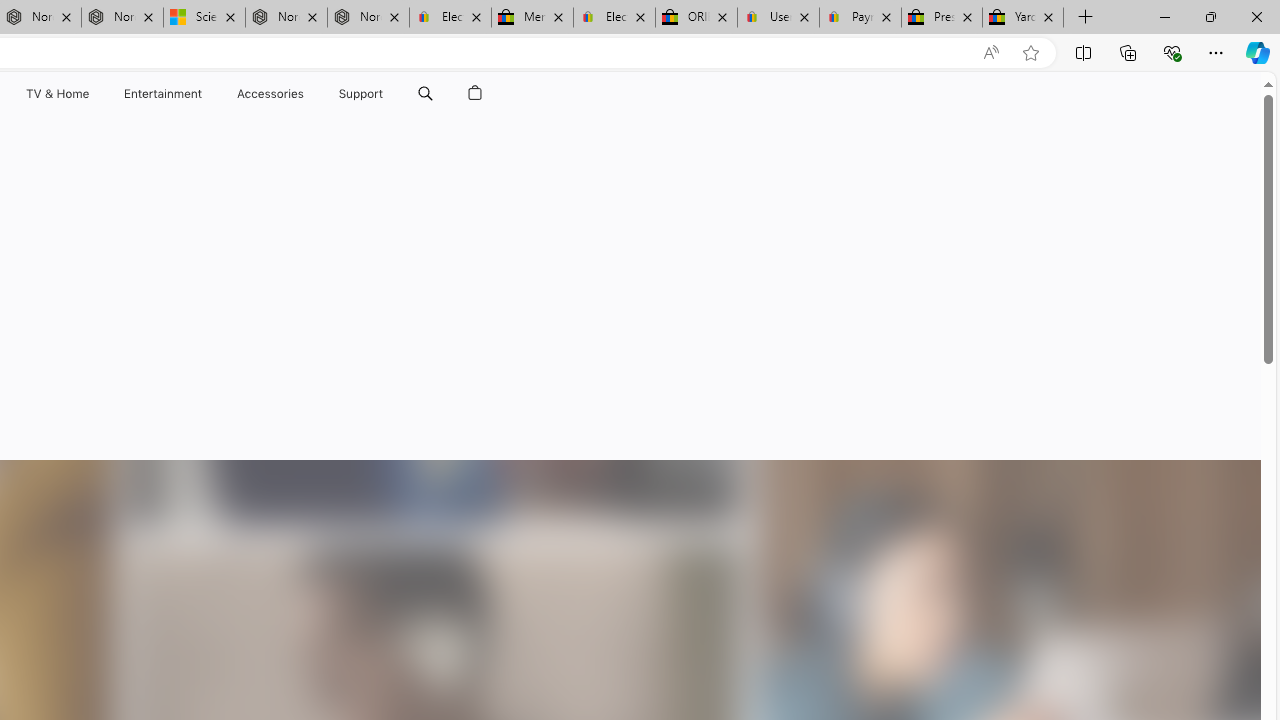 The height and width of the screenshot is (720, 1280). What do you see at coordinates (269, 93) in the screenshot?
I see `'Accessories'` at bounding box center [269, 93].